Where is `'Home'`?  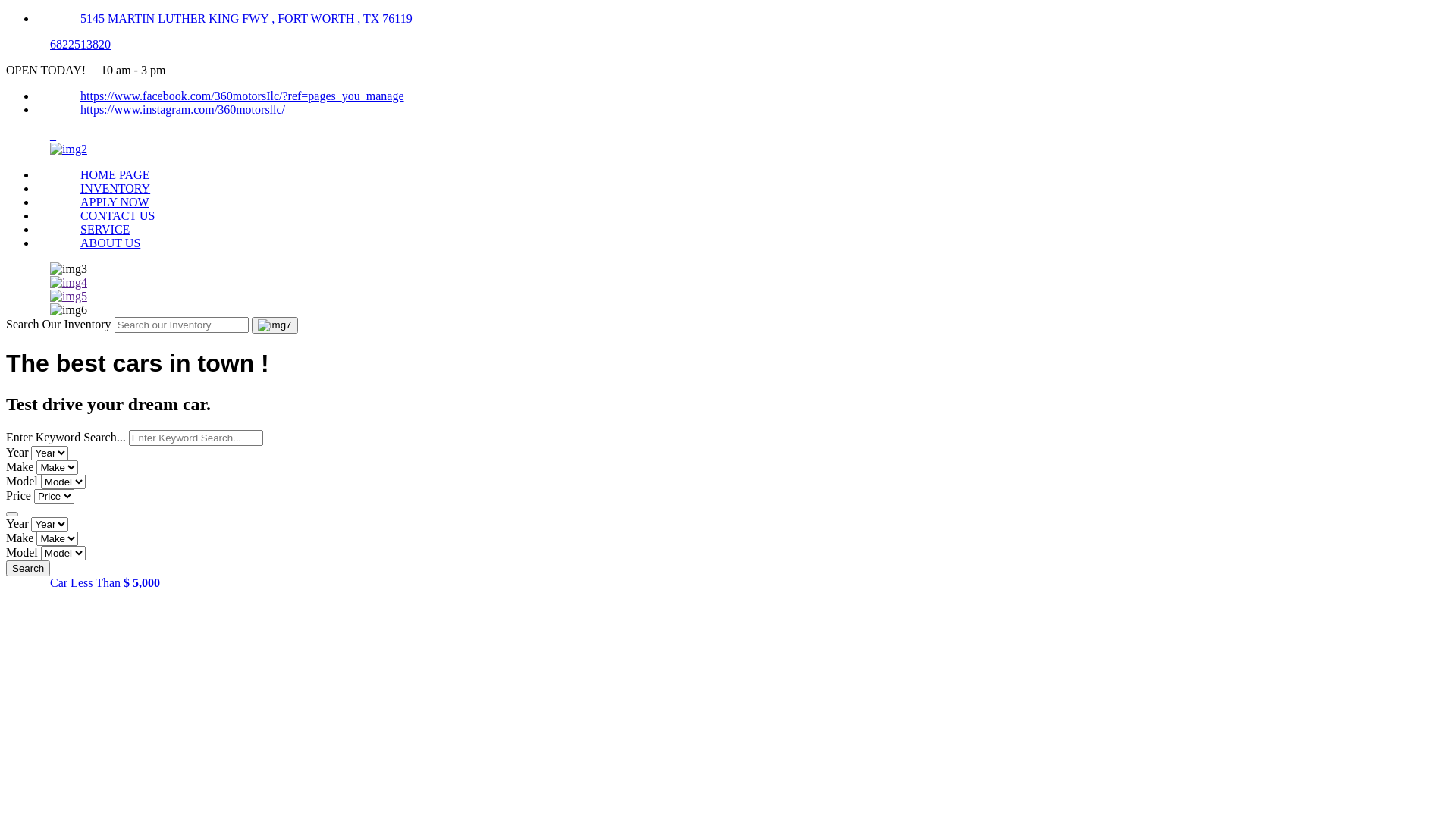
'Home' is located at coordinates (67, 149).